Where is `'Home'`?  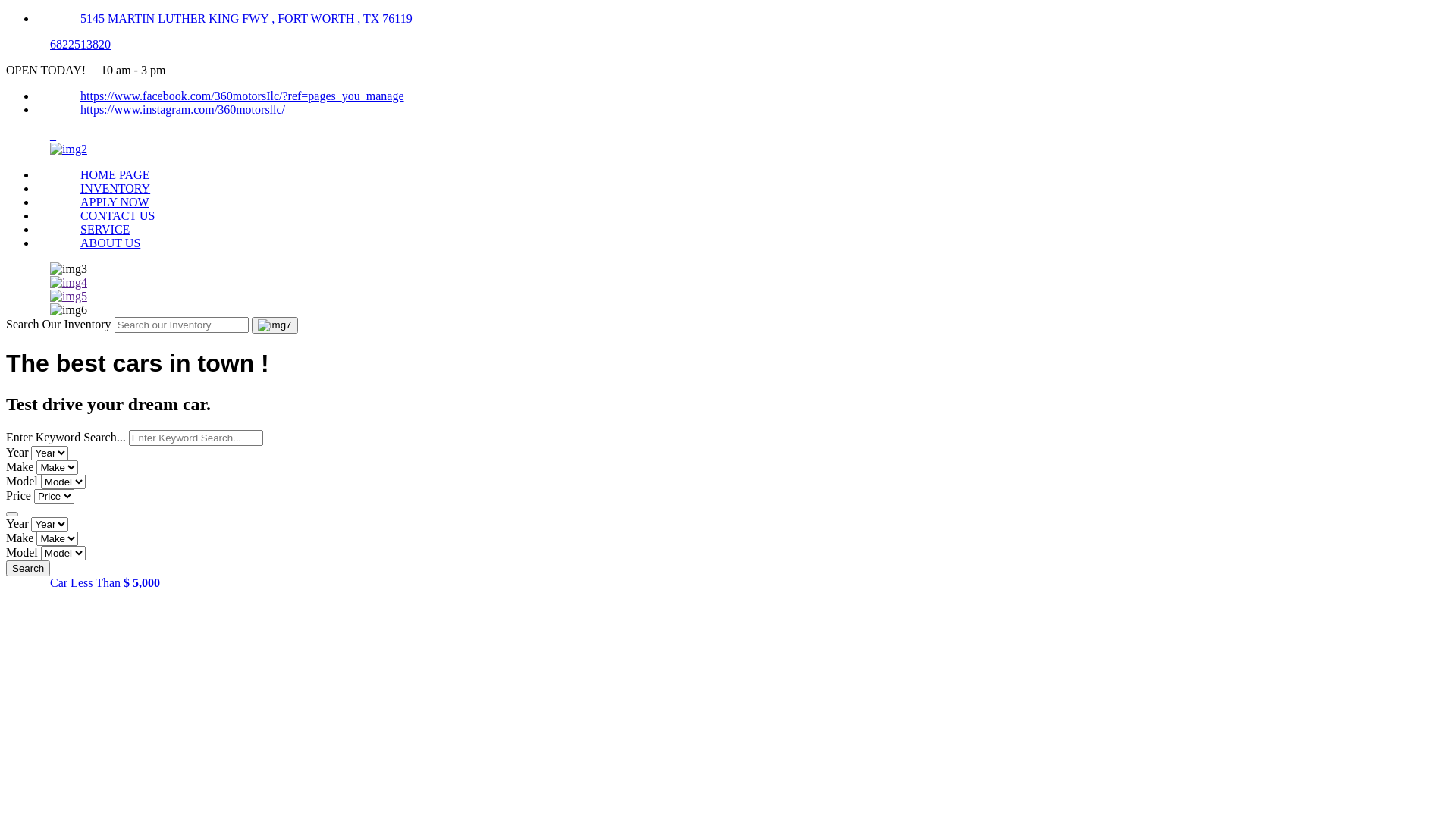
'Home' is located at coordinates (67, 149).